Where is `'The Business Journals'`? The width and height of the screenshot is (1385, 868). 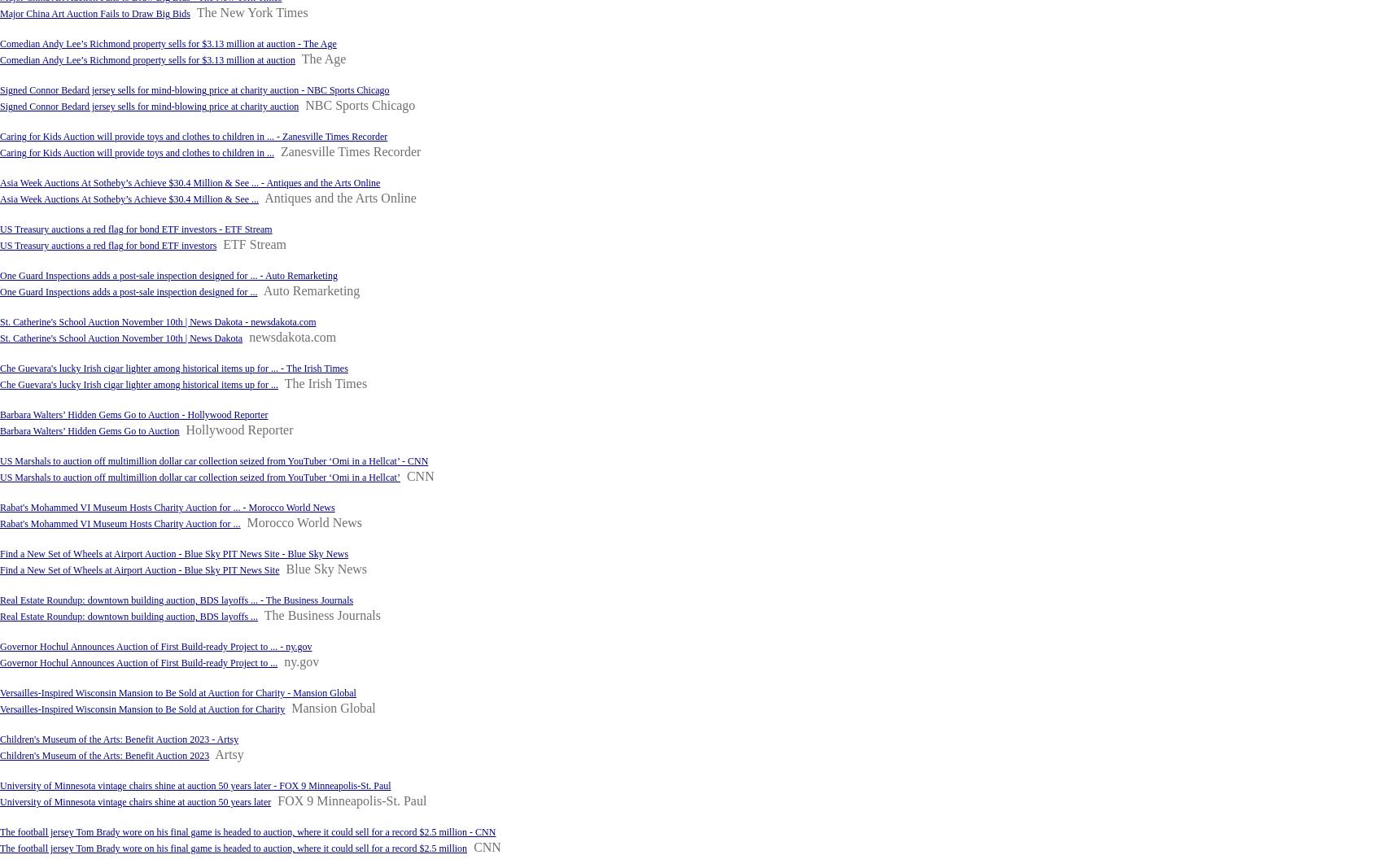
'The Business Journals' is located at coordinates (321, 614).